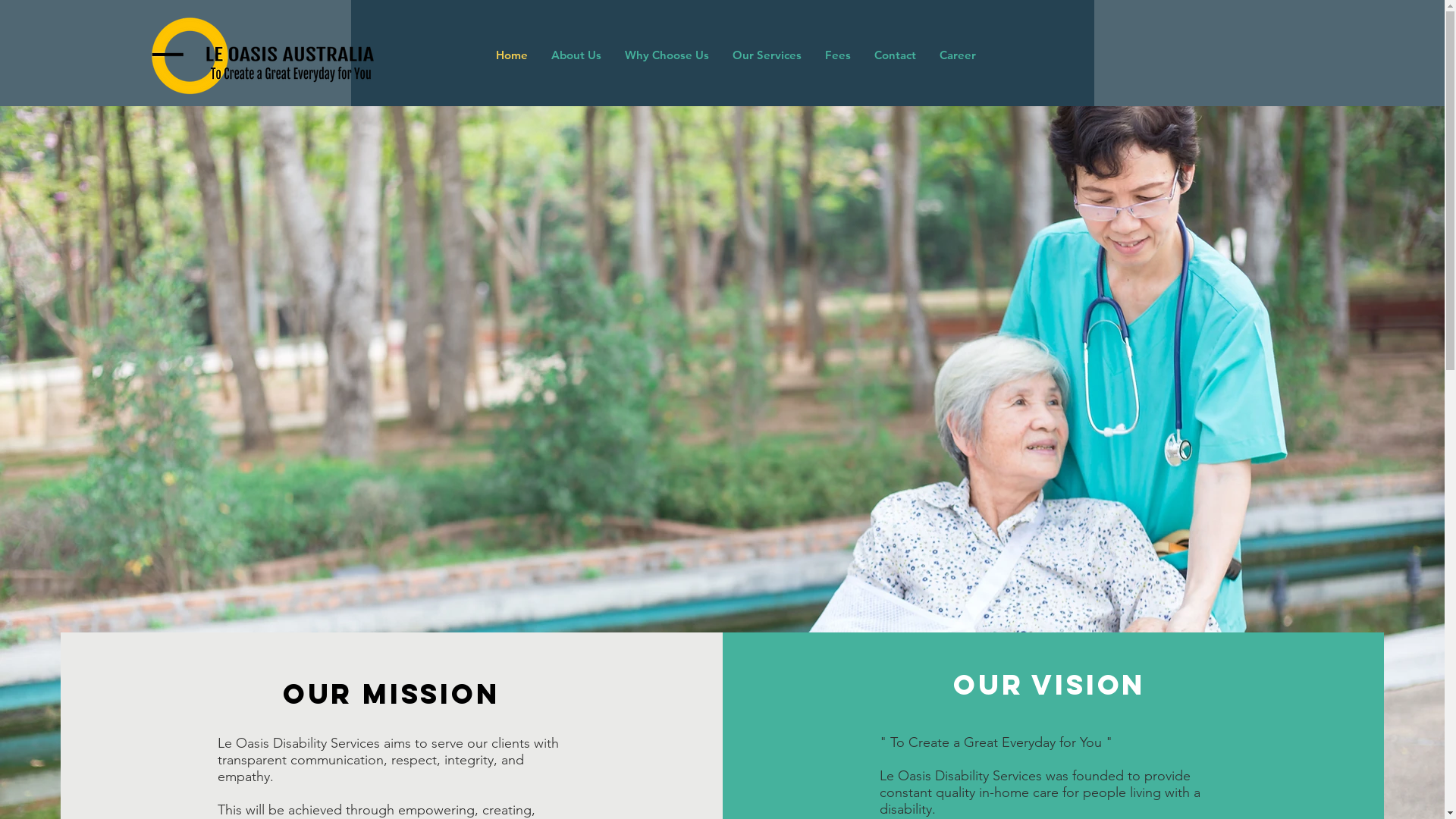 Image resolution: width=1456 pixels, height=819 pixels. I want to click on 'Our Services', so click(767, 55).